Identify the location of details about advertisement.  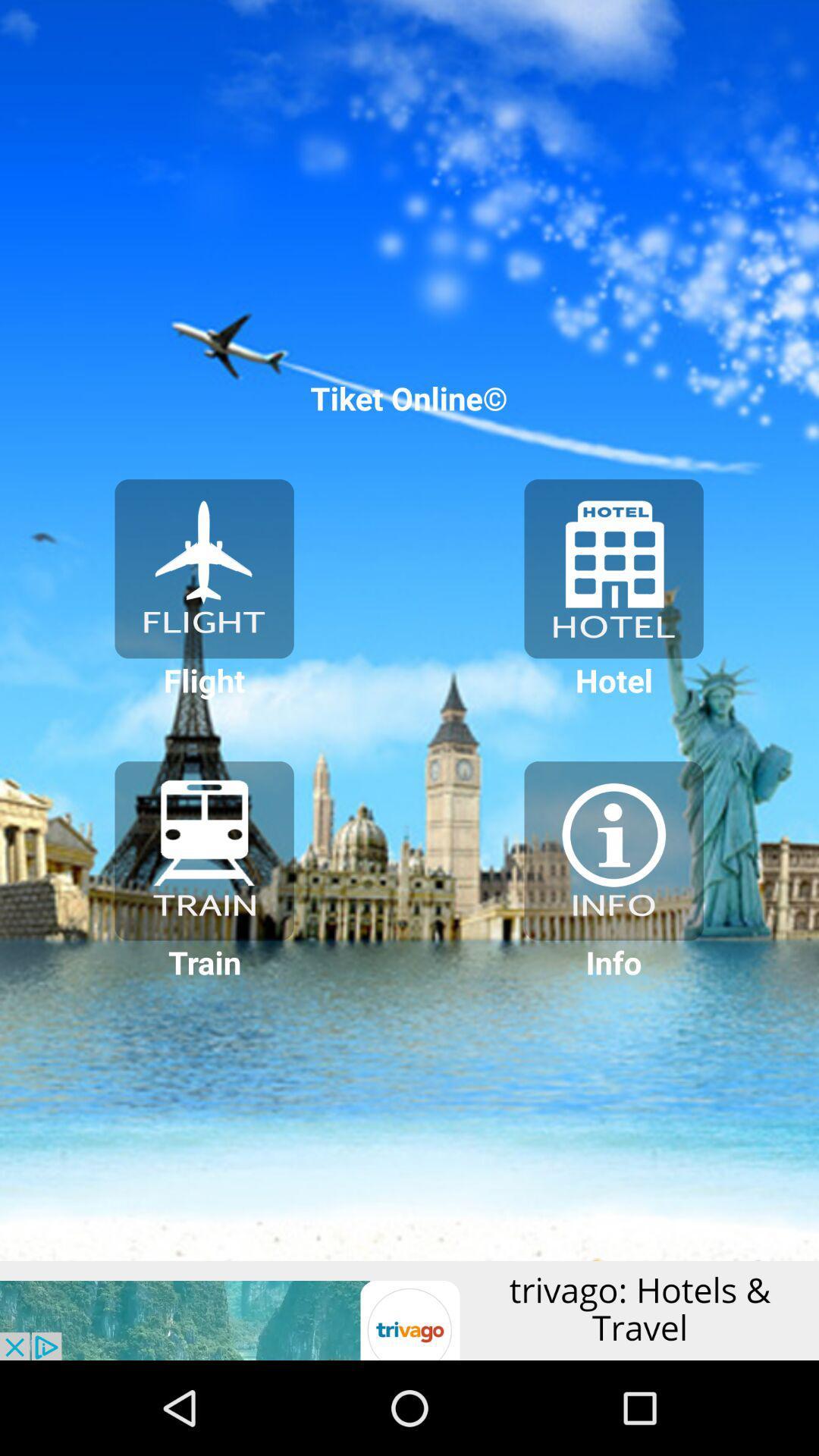
(409, 1310).